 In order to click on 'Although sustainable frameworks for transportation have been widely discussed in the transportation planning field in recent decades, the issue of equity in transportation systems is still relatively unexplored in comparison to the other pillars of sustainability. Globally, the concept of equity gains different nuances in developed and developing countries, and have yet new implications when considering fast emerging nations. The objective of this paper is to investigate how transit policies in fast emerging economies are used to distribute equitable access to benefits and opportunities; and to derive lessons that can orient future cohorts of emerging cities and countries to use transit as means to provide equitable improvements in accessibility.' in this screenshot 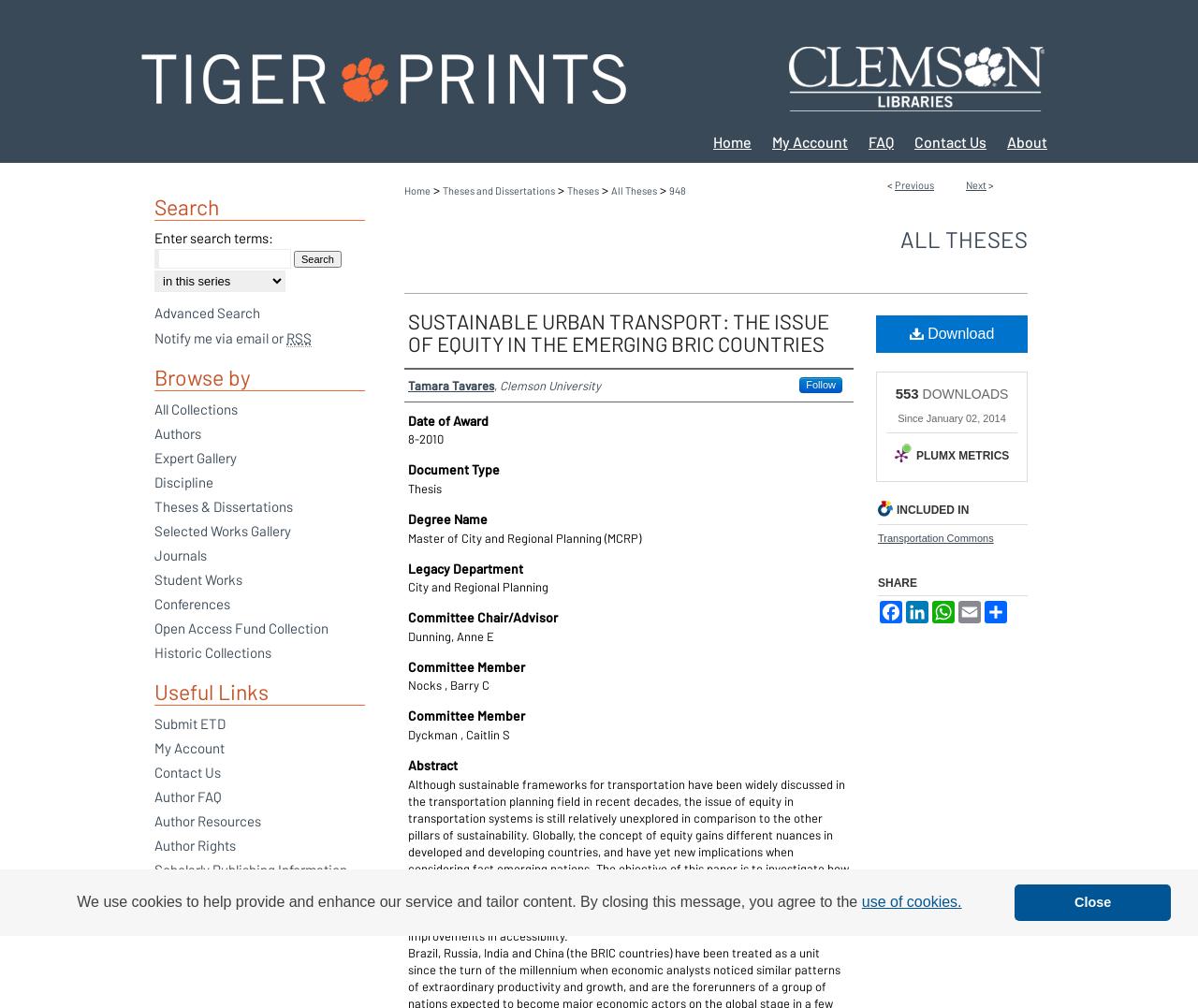, I will do `click(628, 858)`.